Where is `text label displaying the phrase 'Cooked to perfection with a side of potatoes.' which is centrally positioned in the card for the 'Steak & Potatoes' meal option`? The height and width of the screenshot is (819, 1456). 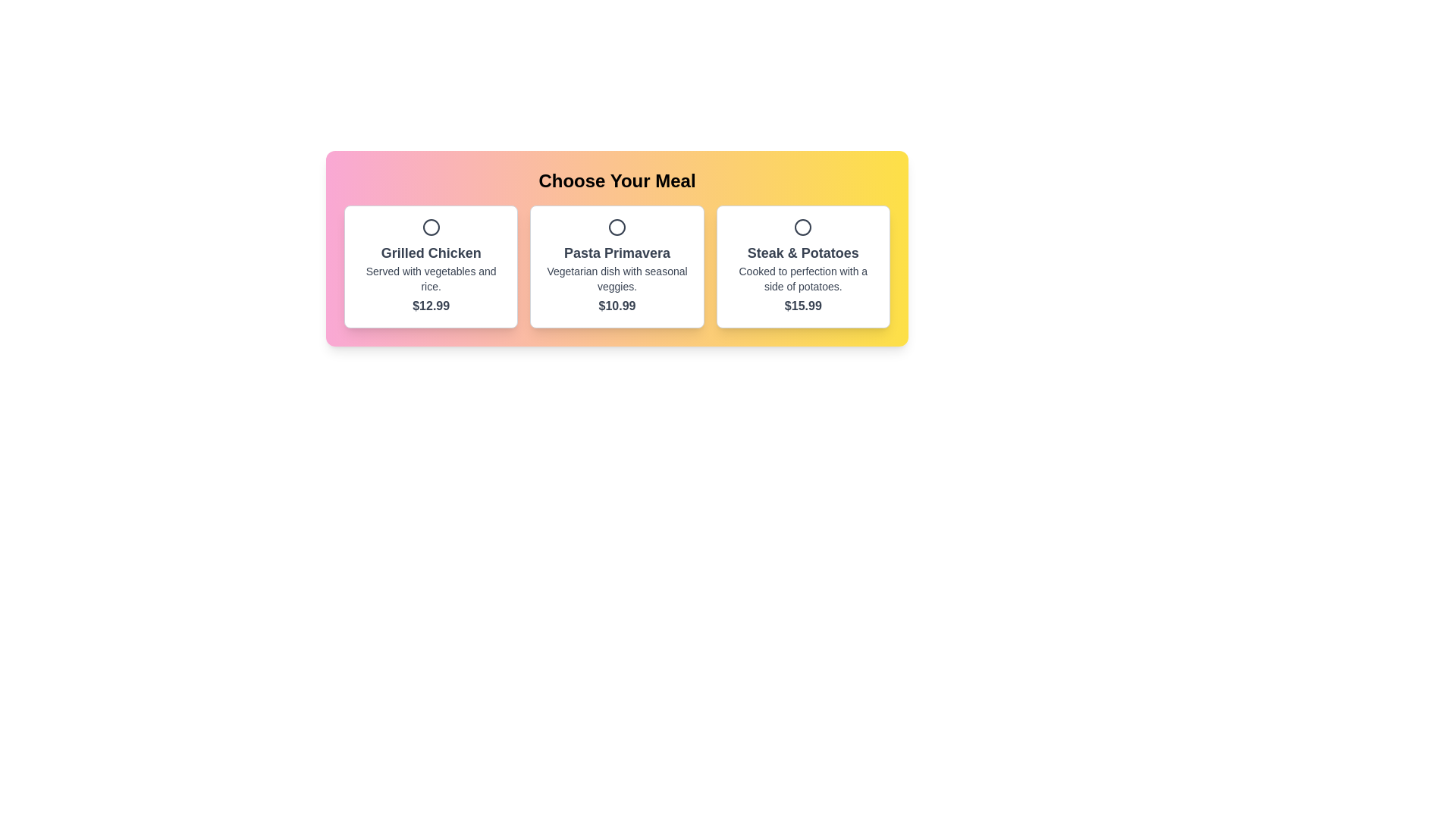
text label displaying the phrase 'Cooked to perfection with a side of potatoes.' which is centrally positioned in the card for the 'Steak & Potatoes' meal option is located at coordinates (802, 278).